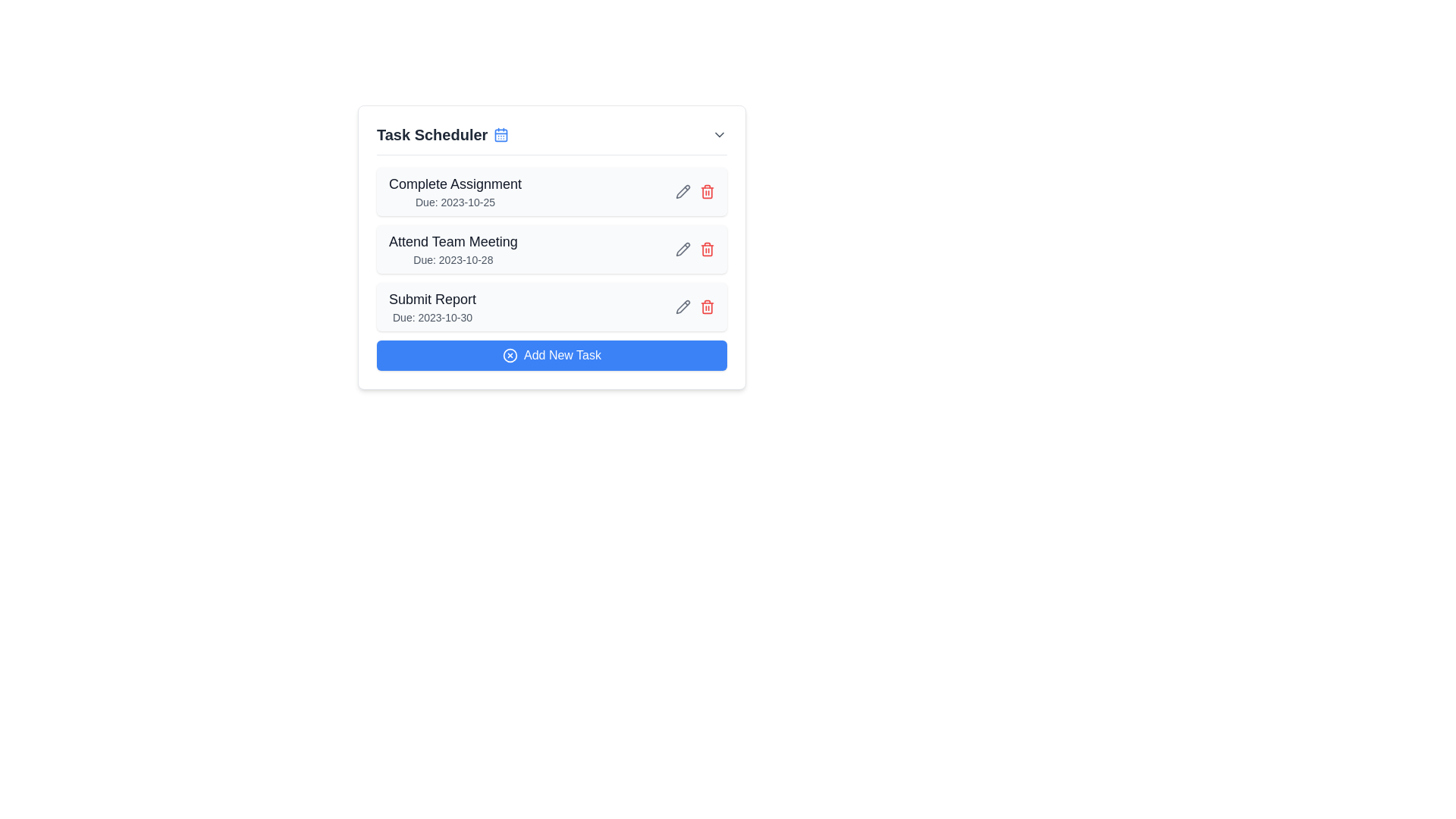 The image size is (1456, 819). I want to click on the button with a blue background and rounded corners labeled 'Add New Task' to observe its hover effect, so click(551, 356).